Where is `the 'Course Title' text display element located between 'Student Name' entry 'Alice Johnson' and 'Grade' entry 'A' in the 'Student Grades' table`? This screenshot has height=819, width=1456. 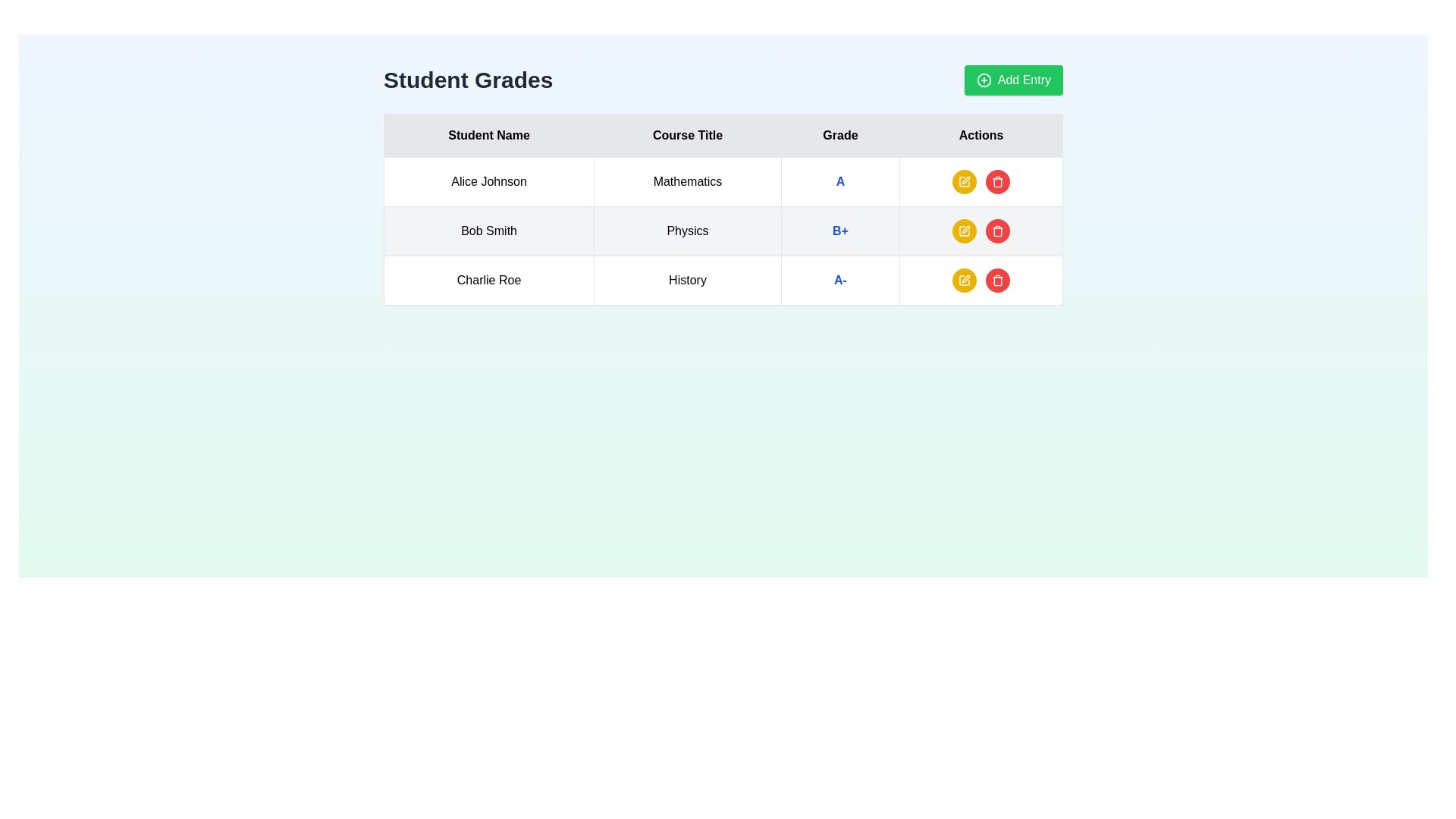
the 'Course Title' text display element located between 'Student Name' entry 'Alice Johnson' and 'Grade' entry 'A' in the 'Student Grades' table is located at coordinates (687, 180).